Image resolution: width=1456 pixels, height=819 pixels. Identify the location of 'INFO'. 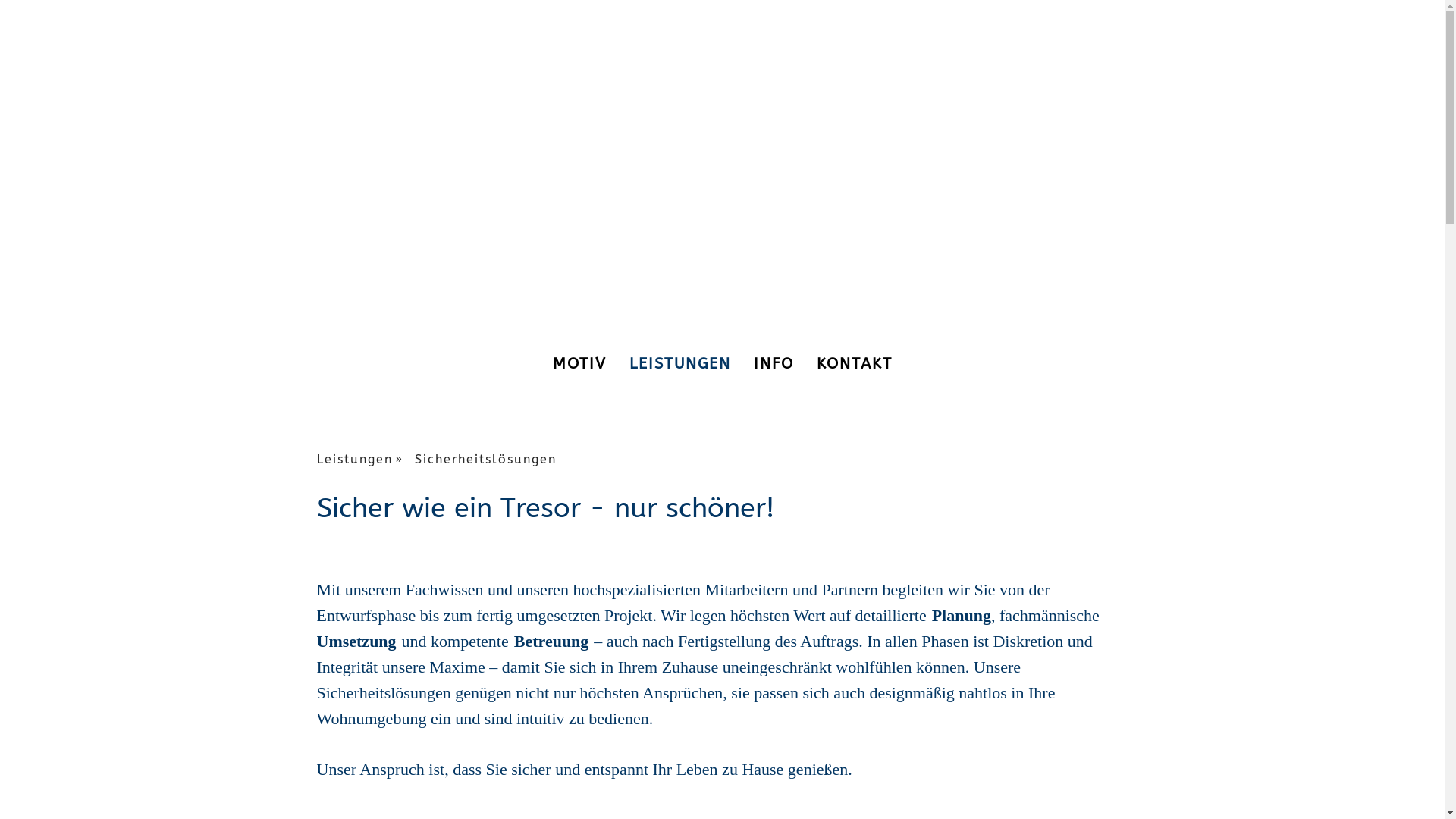
(773, 363).